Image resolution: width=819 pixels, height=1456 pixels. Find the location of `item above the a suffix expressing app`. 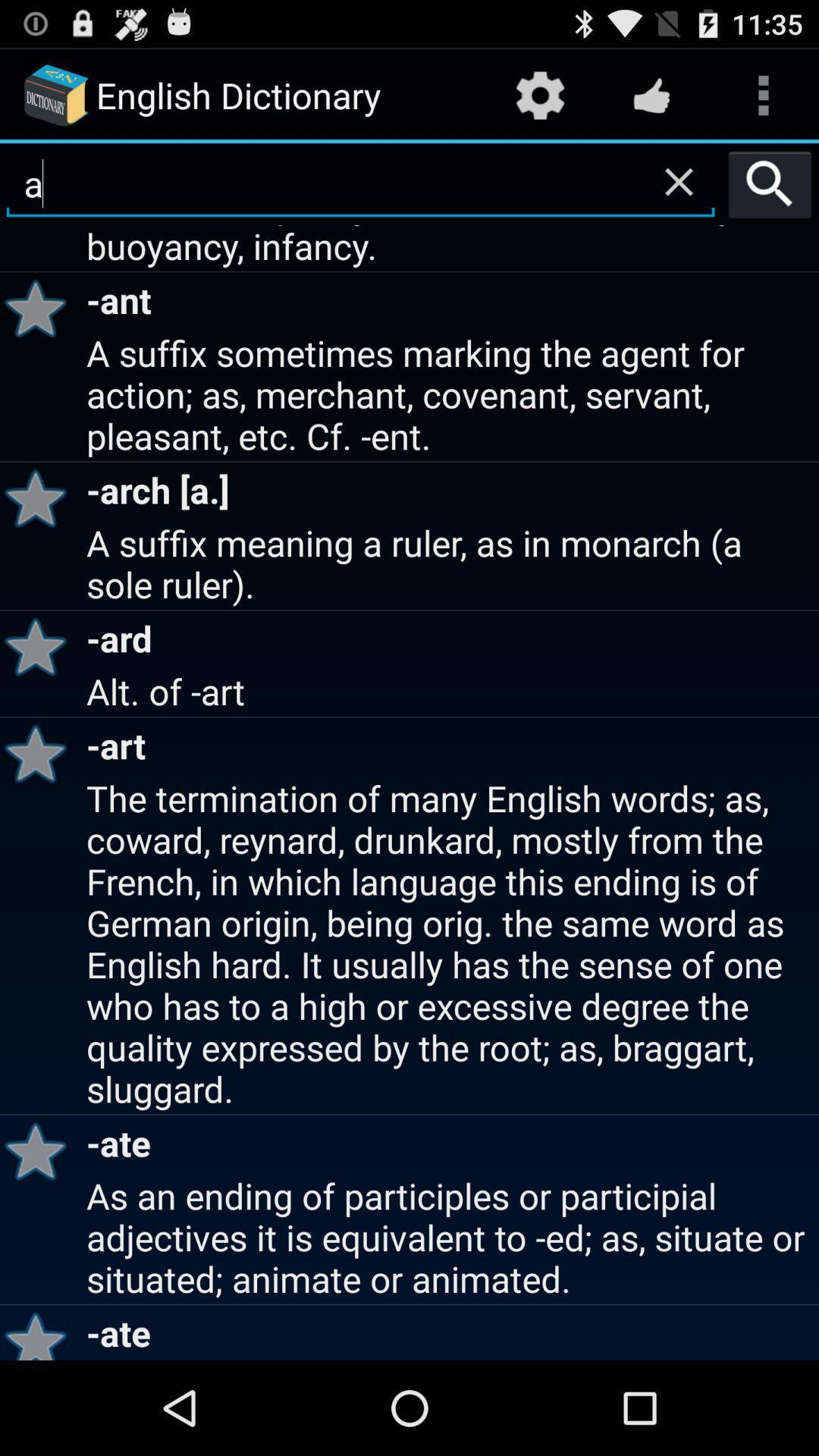

item above the a suffix expressing app is located at coordinates (770, 184).